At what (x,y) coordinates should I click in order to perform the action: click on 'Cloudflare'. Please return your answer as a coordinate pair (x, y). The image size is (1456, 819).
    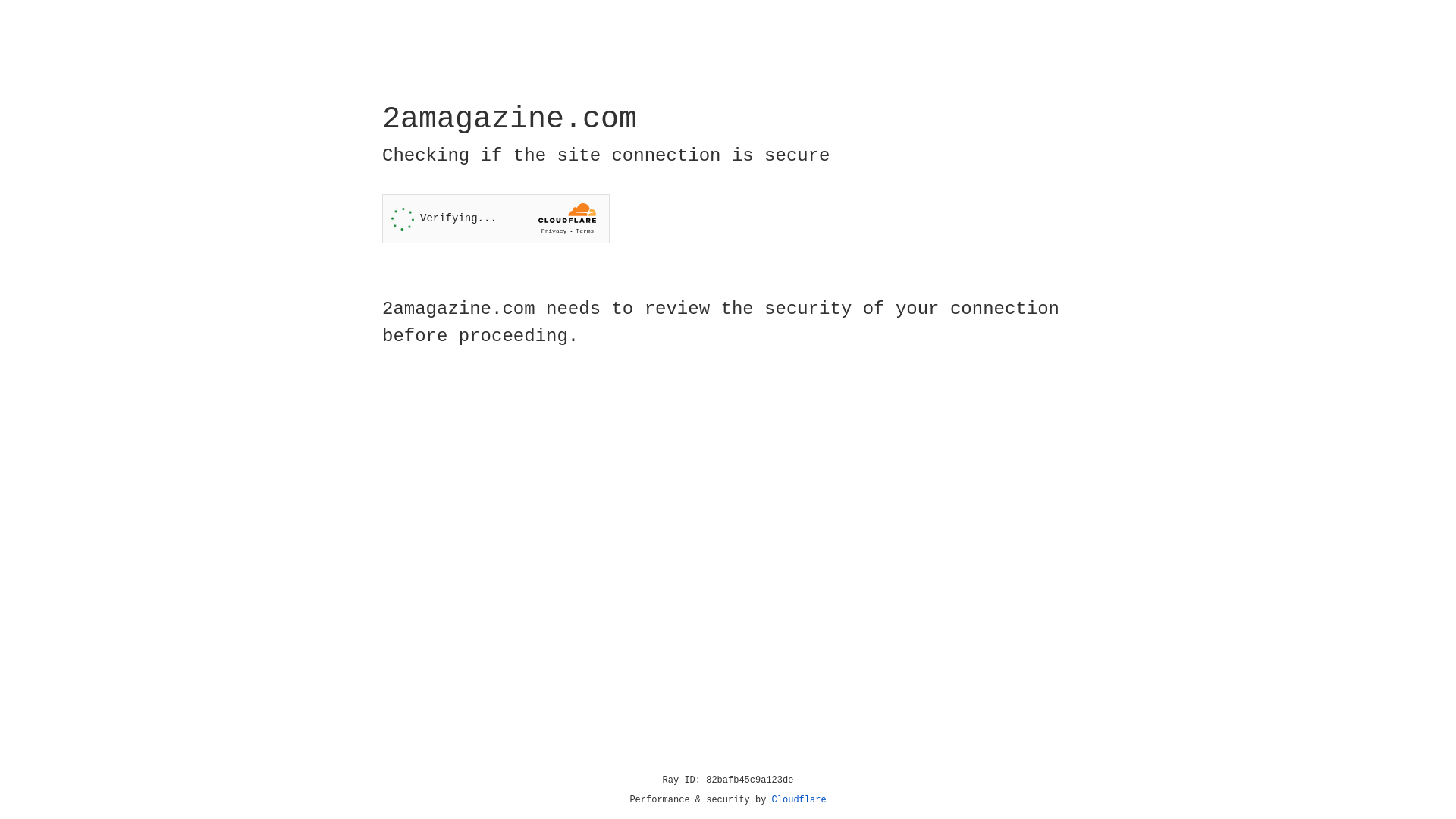
    Looking at the image, I should click on (799, 799).